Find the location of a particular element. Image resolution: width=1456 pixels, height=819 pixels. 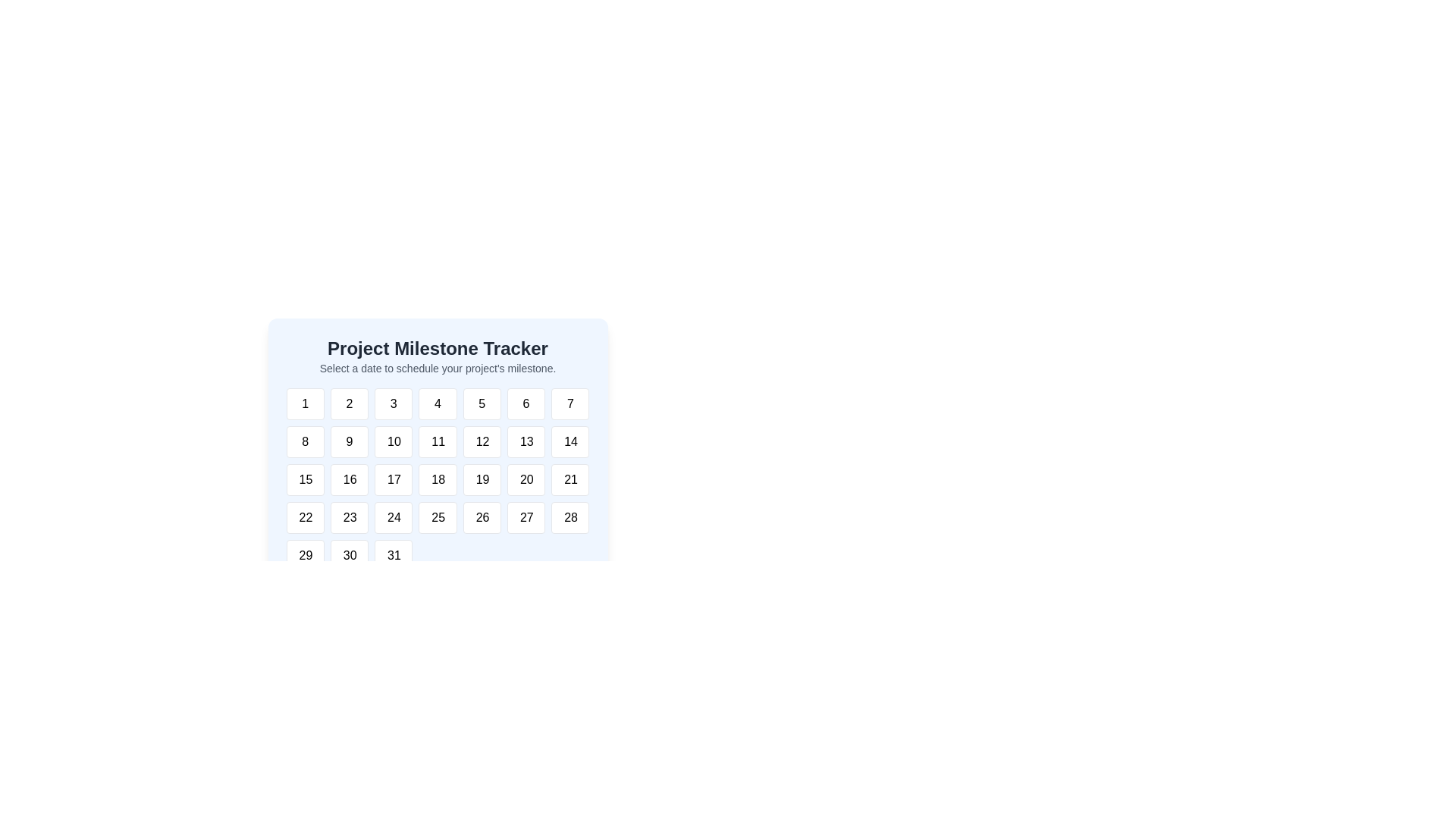

the button representing the fourteenth day in a calendar grid is located at coordinates (570, 441).